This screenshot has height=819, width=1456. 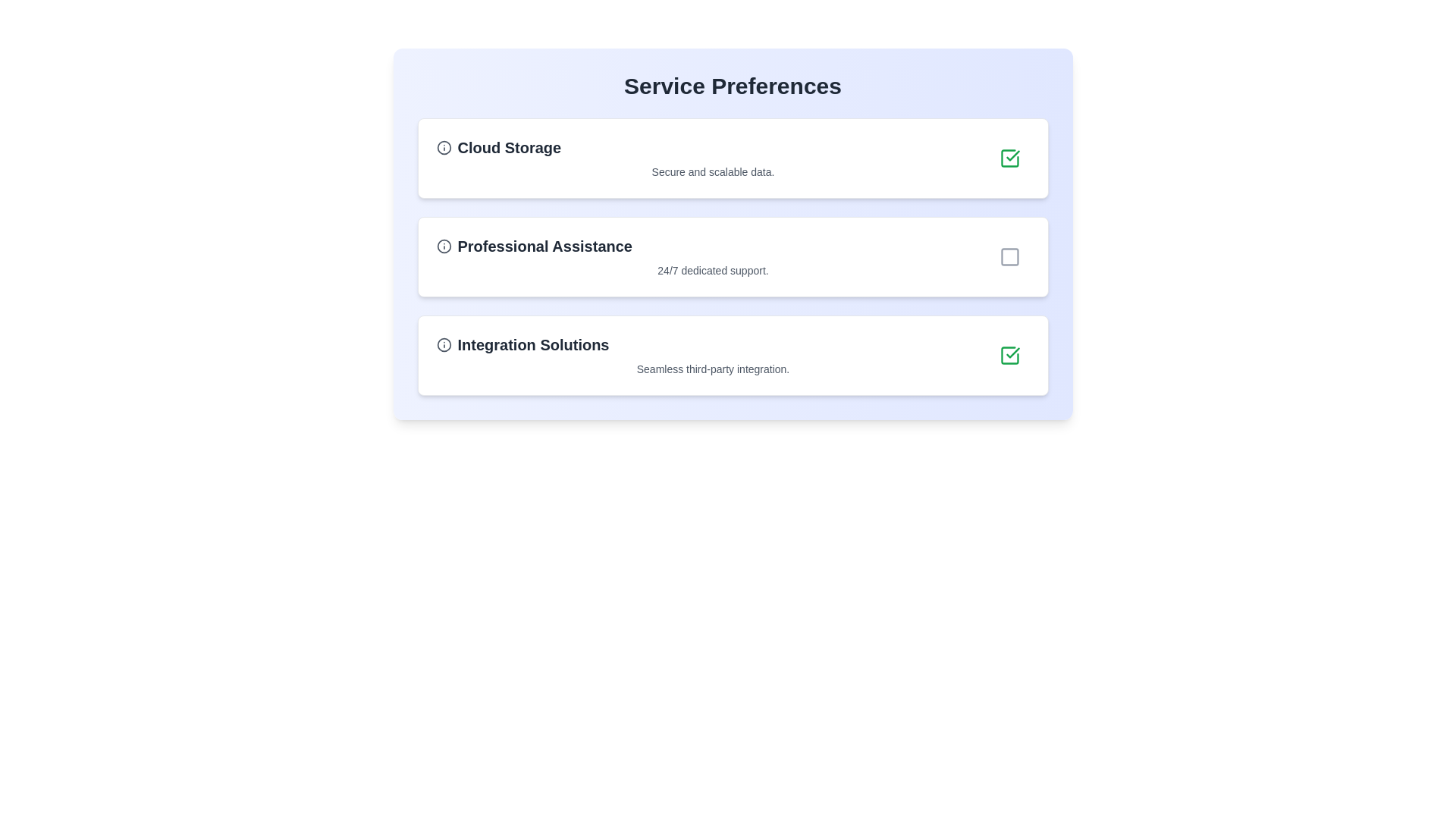 I want to click on the state indication provided by the green checkmark icon located on the right side of the 'Cloud Storage' list item within the preferences selection interface, so click(x=1012, y=353).